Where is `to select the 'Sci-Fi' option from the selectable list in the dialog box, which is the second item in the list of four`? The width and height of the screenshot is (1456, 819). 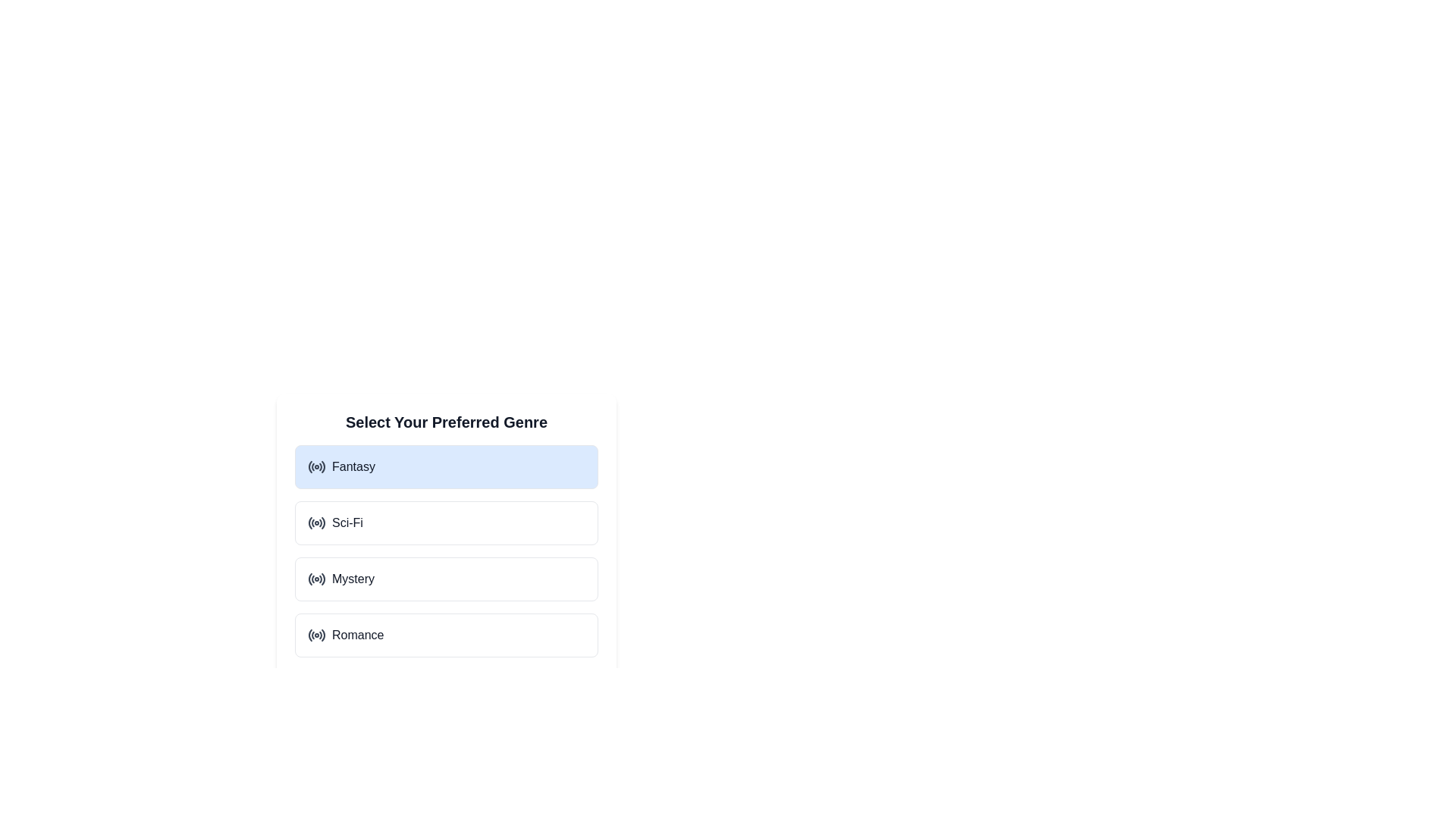
to select the 'Sci-Fi' option from the selectable list in the dialog box, which is the second item in the list of four is located at coordinates (446, 520).